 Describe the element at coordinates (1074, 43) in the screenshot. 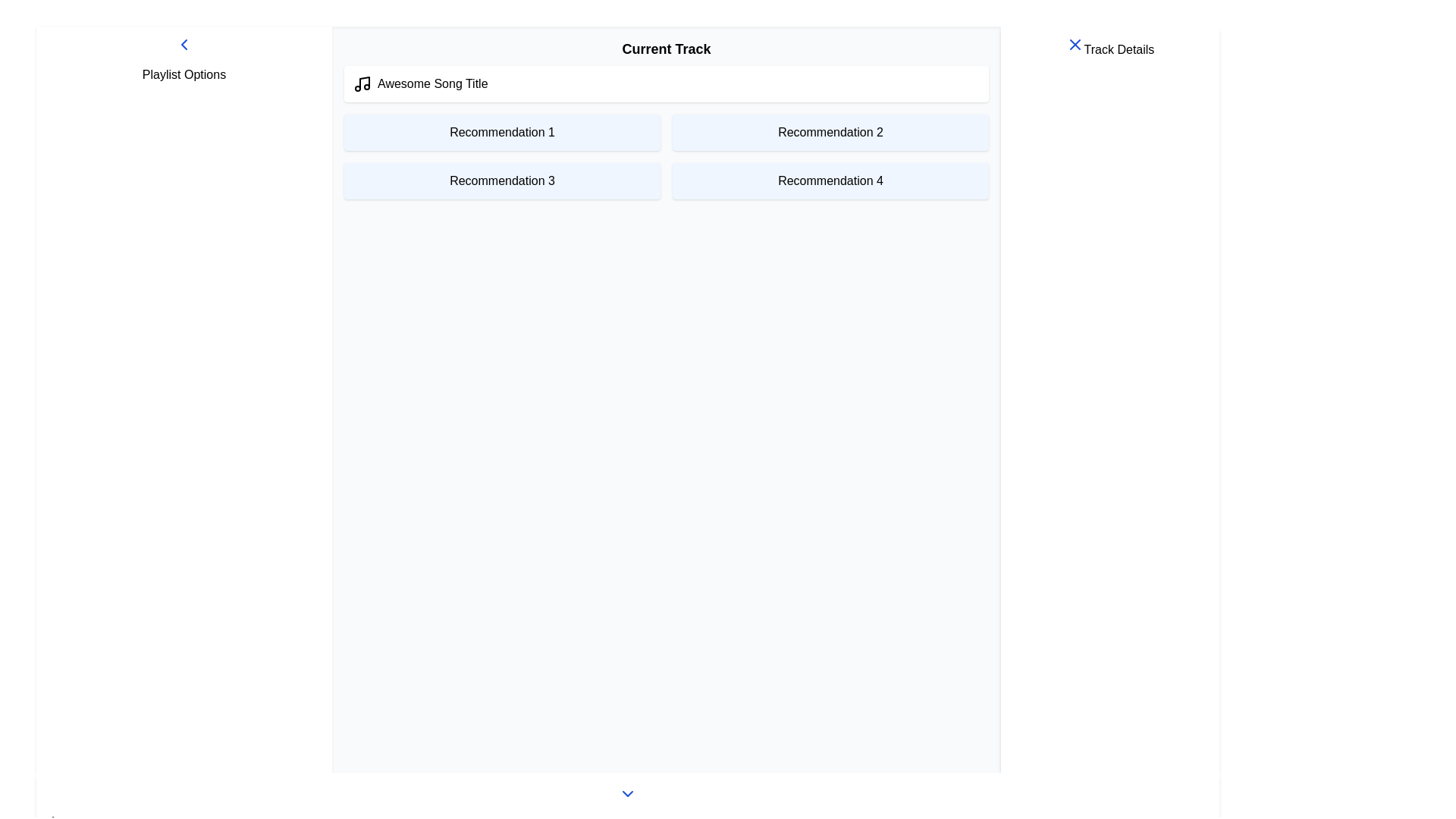

I see `the close button located at the top-right corner of the 'Track Details' card` at that location.